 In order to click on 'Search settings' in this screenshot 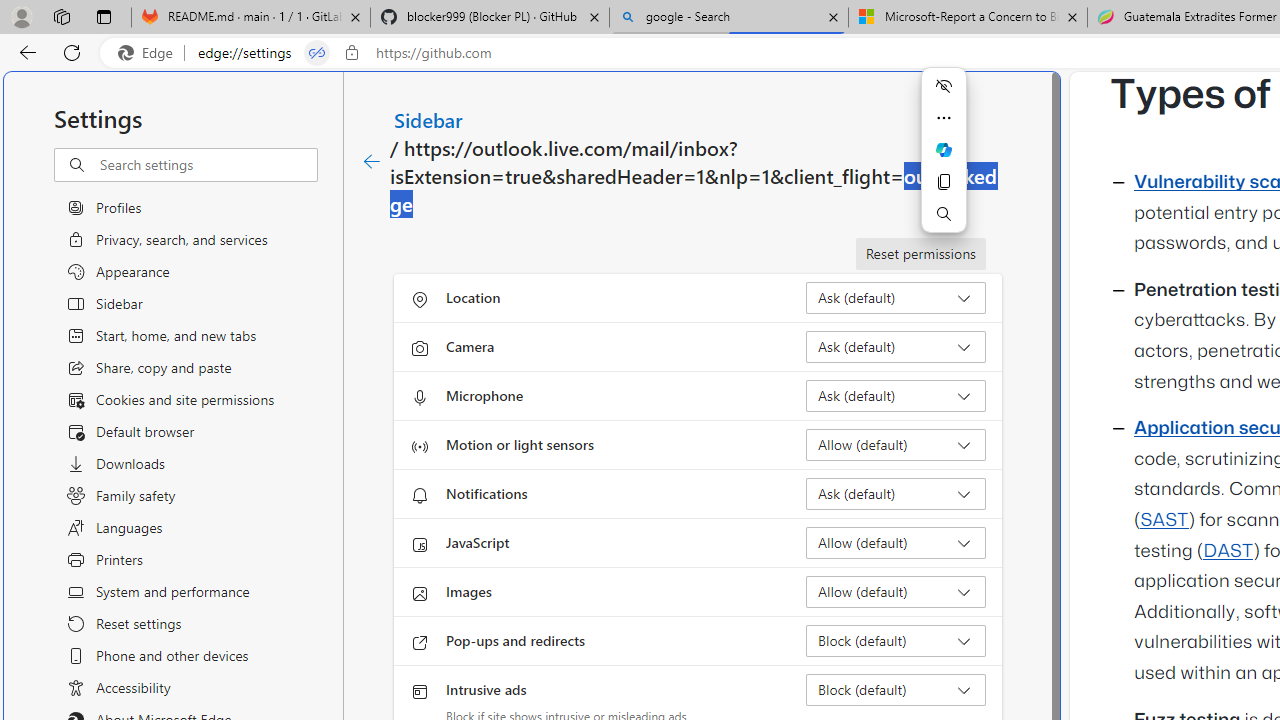, I will do `click(208, 164)`.